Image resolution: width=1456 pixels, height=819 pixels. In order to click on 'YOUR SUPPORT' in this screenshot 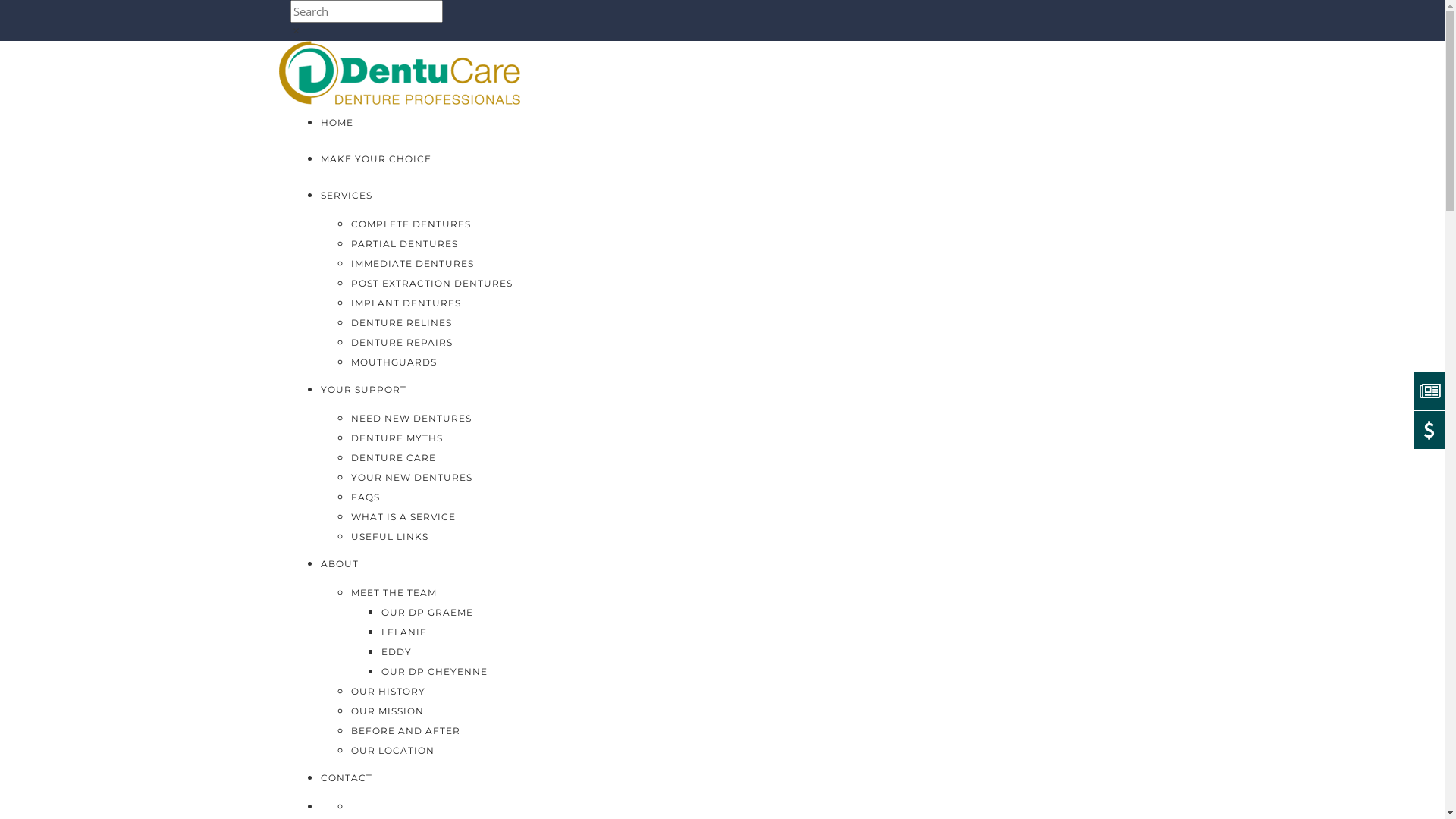, I will do `click(362, 388)`.